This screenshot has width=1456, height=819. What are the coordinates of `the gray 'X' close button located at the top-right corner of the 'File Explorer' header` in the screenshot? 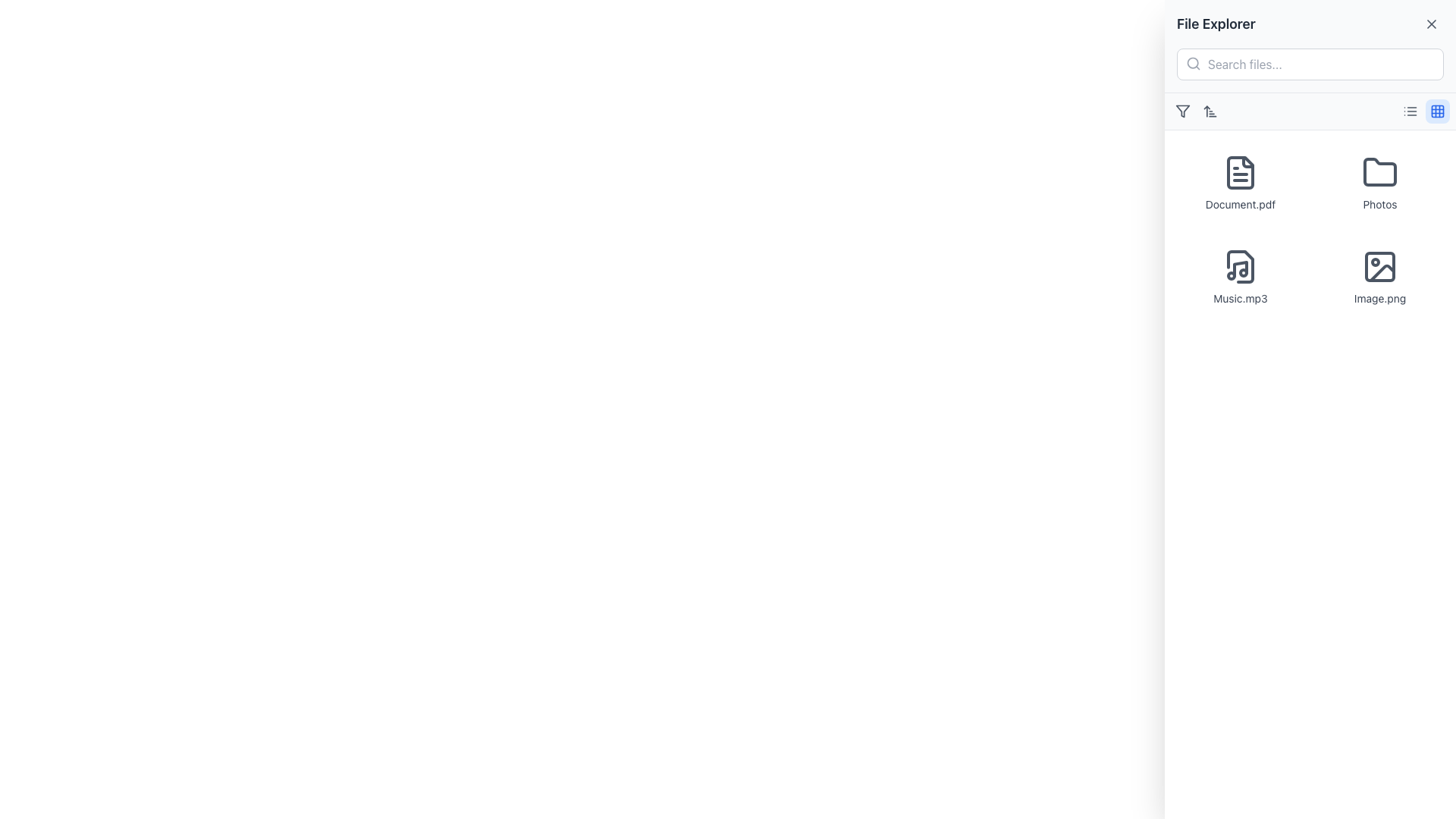 It's located at (1430, 24).